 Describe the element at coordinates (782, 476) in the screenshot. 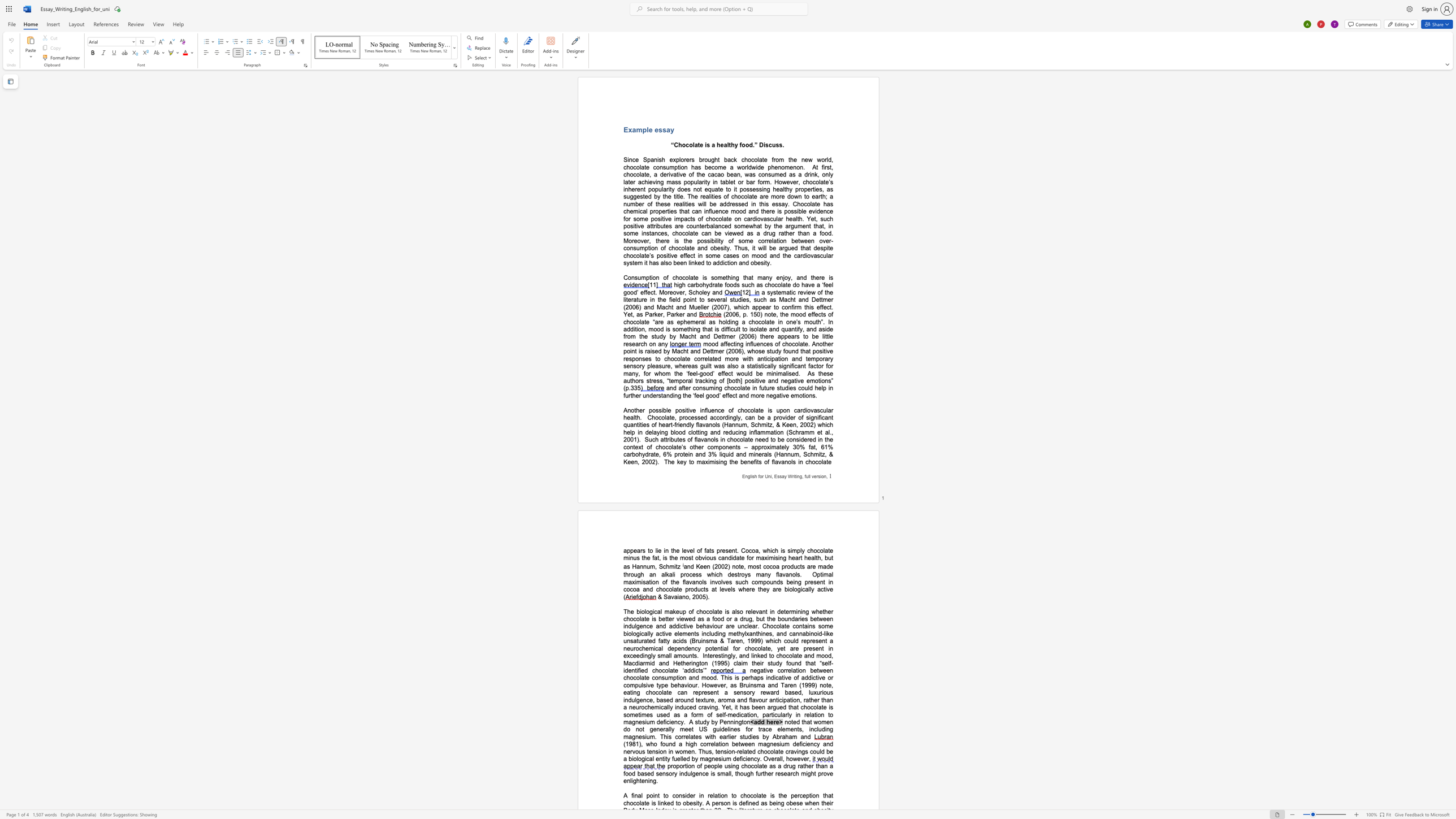

I see `the space between the continuous character "s" and "a" in the text` at that location.